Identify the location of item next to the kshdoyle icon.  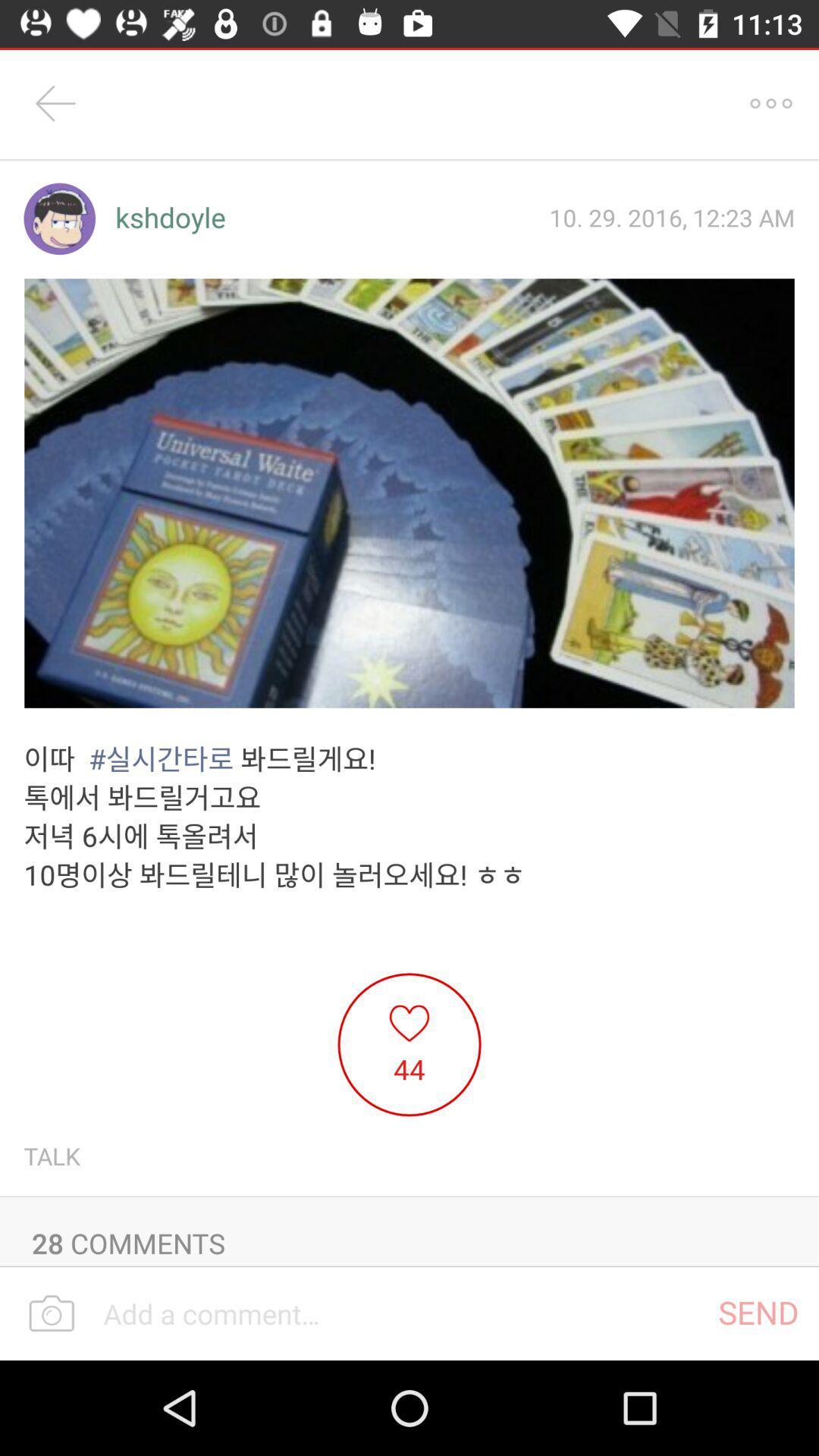
(58, 218).